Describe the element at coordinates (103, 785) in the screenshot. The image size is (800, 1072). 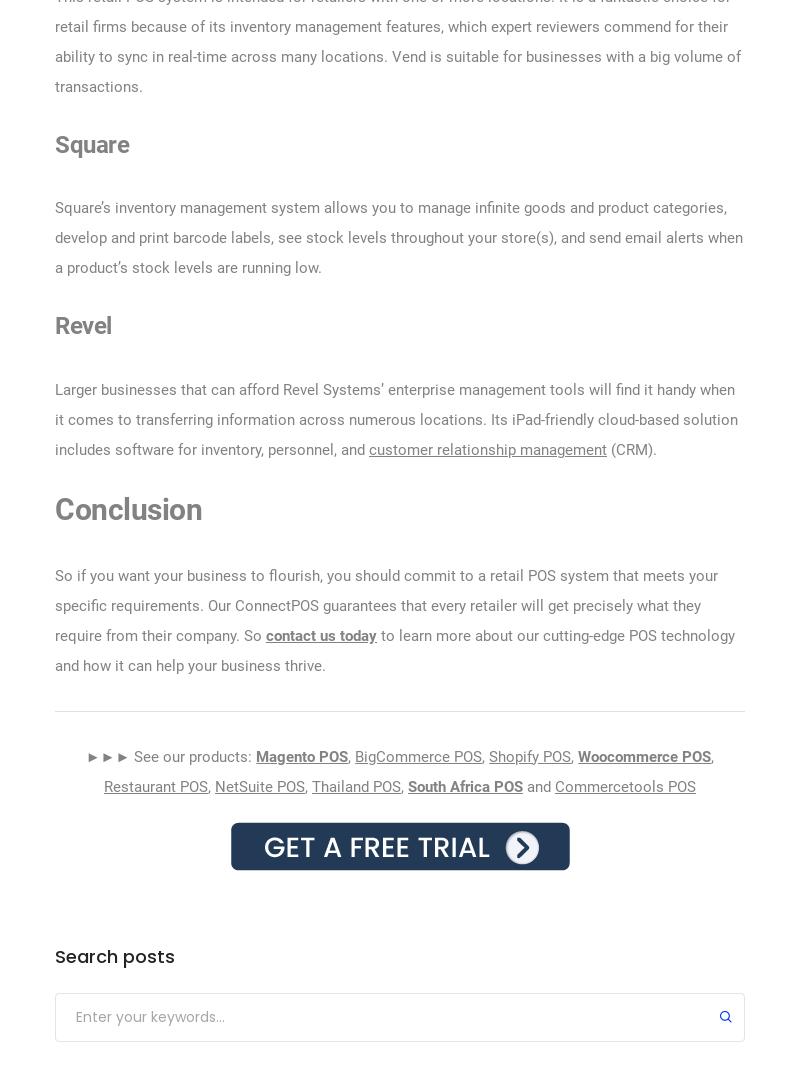
I see `'Restaurant POS'` at that location.